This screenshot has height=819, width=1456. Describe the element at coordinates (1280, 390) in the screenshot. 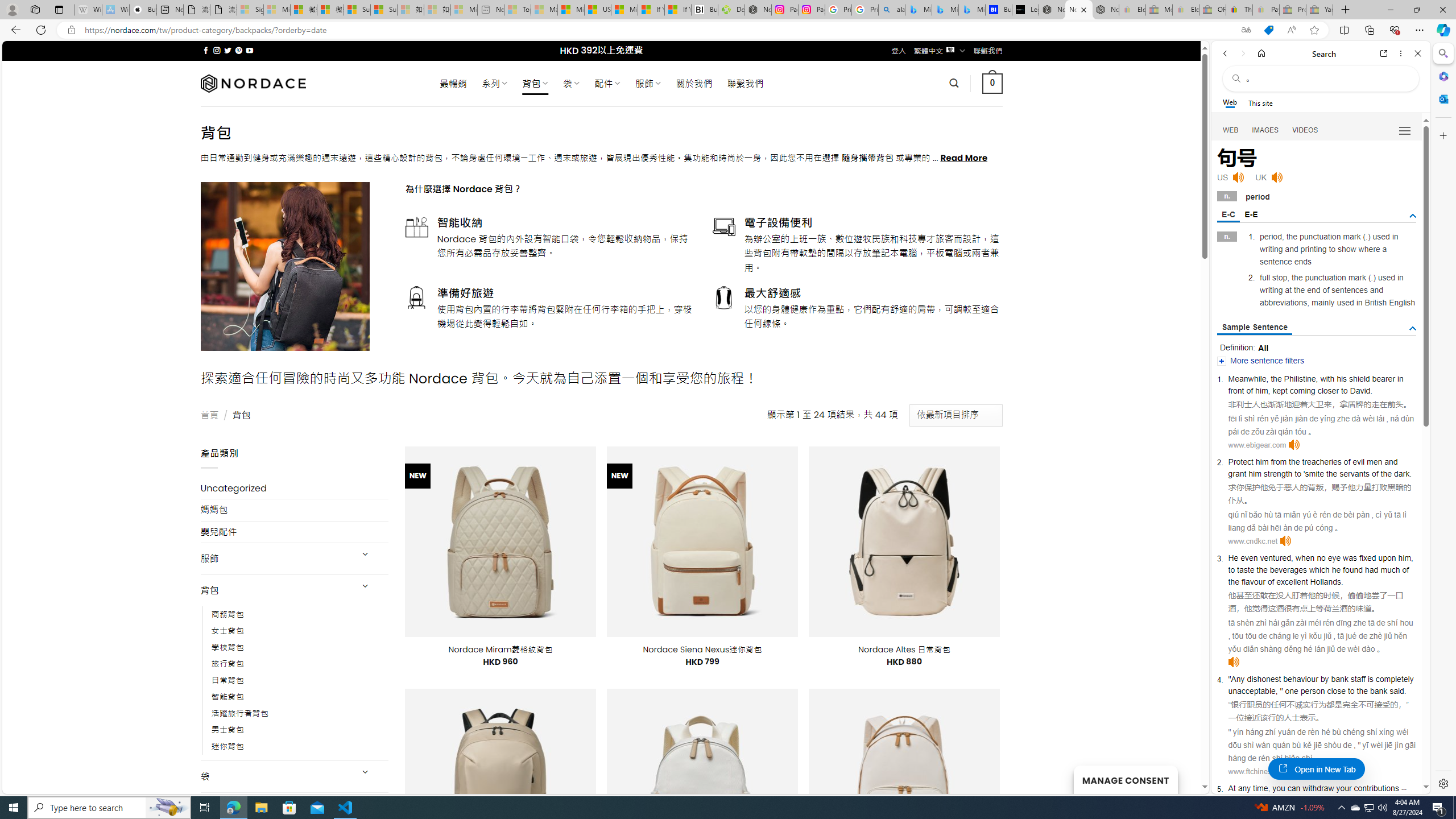

I see `'kept'` at that location.